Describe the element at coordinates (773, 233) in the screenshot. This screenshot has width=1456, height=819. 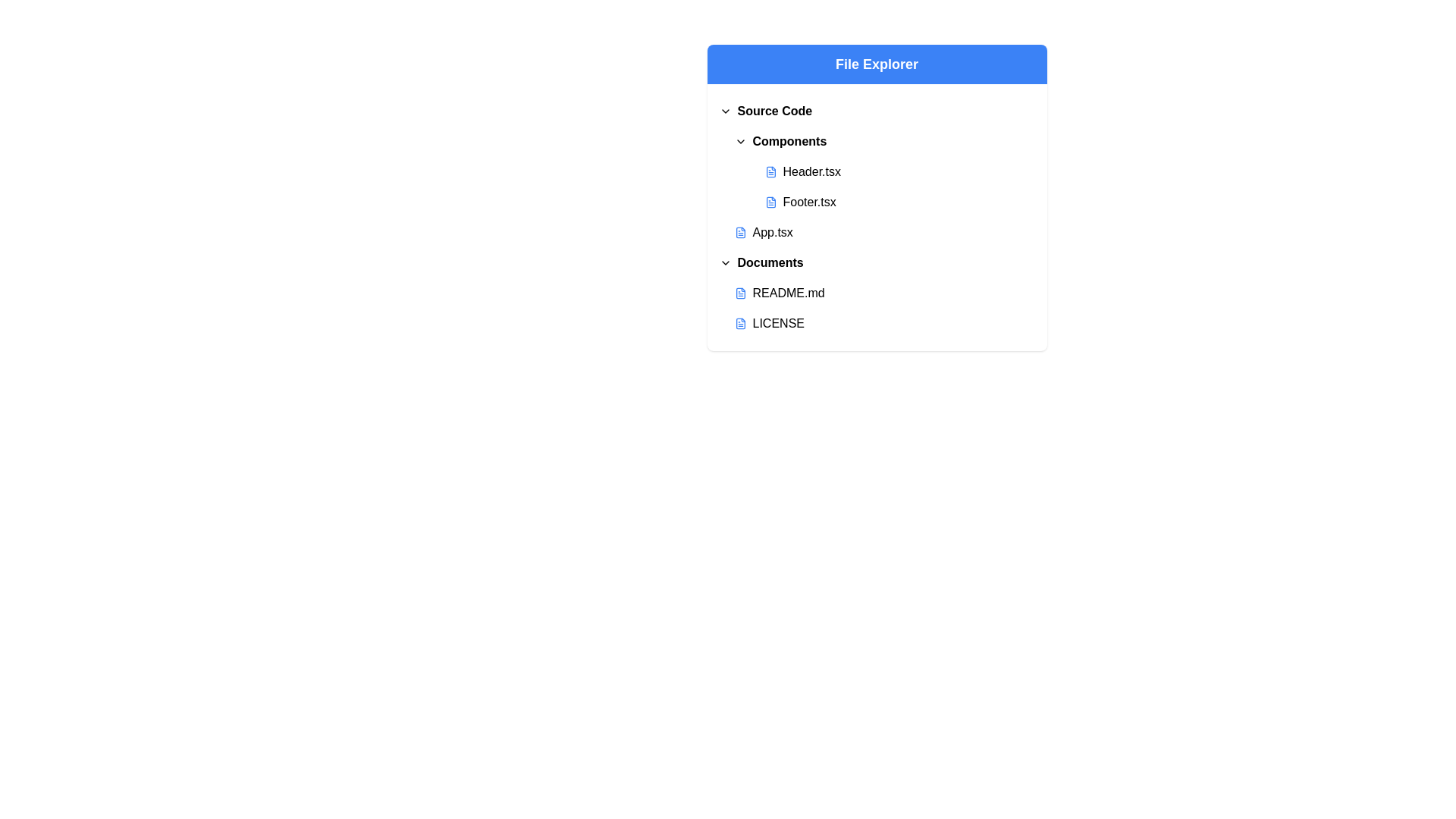
I see `the text label displaying 'App.tsx' in black font, which is the third item in the 'Source Code > Components' section of the file explorer` at that location.